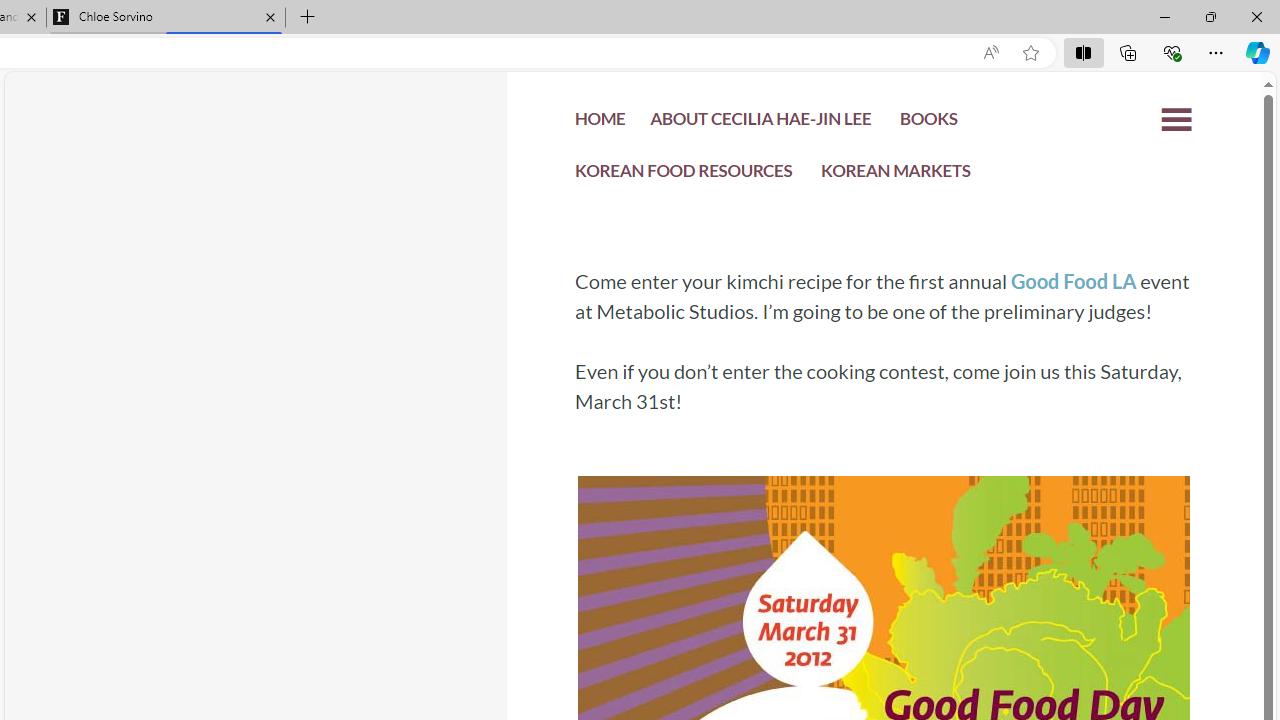 Image resolution: width=1280 pixels, height=720 pixels. Describe the element at coordinates (1128, 51) in the screenshot. I see `'Collections'` at that location.